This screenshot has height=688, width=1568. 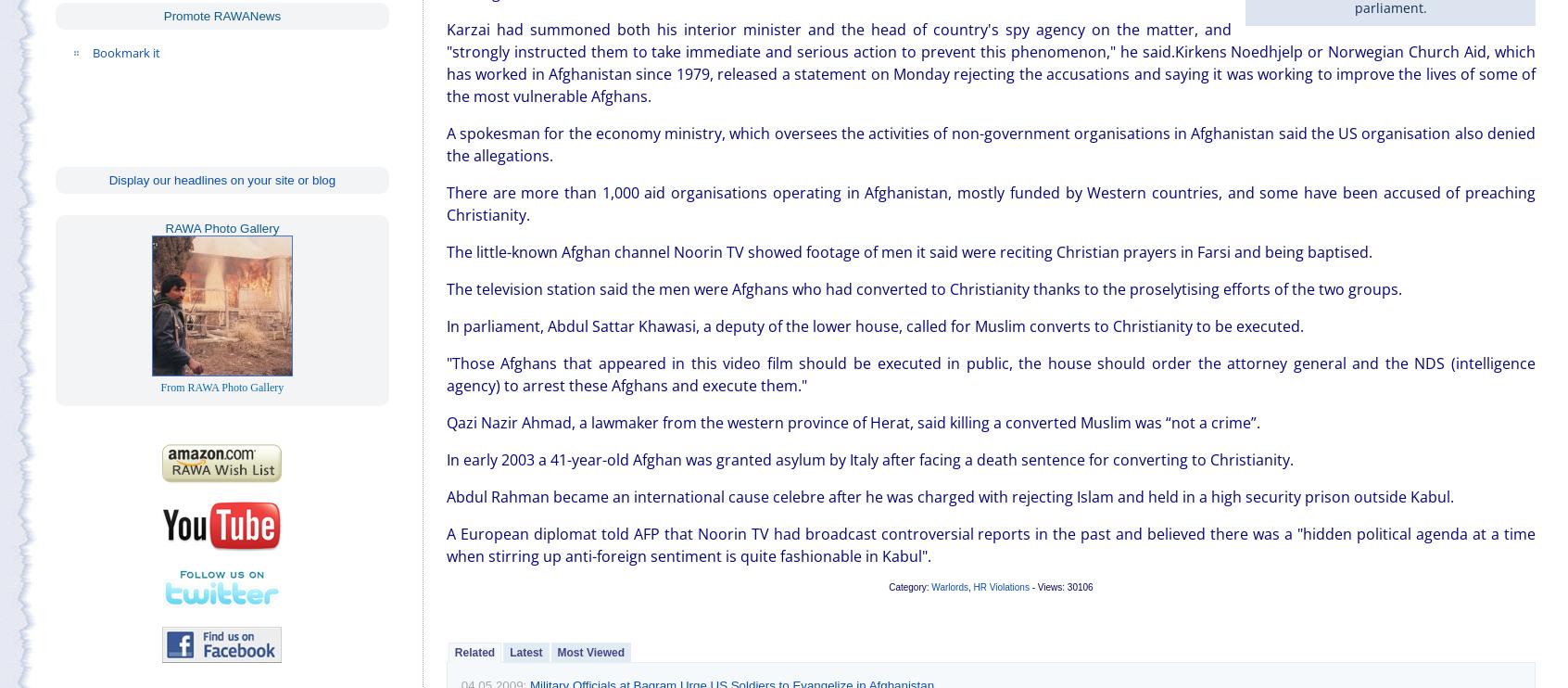 I want to click on 'Most Viewed', so click(x=590, y=650).